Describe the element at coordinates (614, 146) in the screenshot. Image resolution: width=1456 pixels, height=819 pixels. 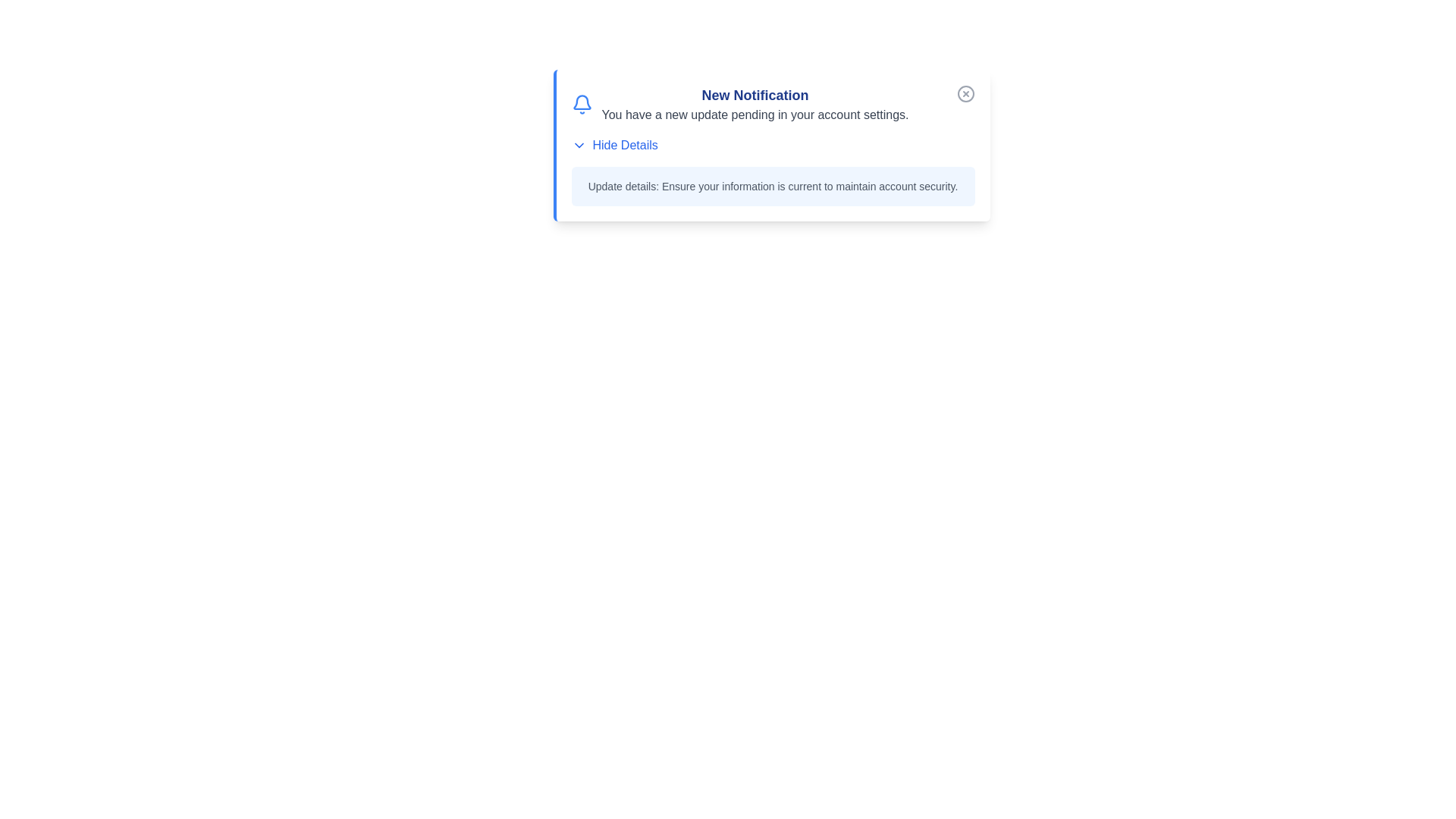
I see `the Hyperlink-like interactive text with an icon within the notification card` at that location.